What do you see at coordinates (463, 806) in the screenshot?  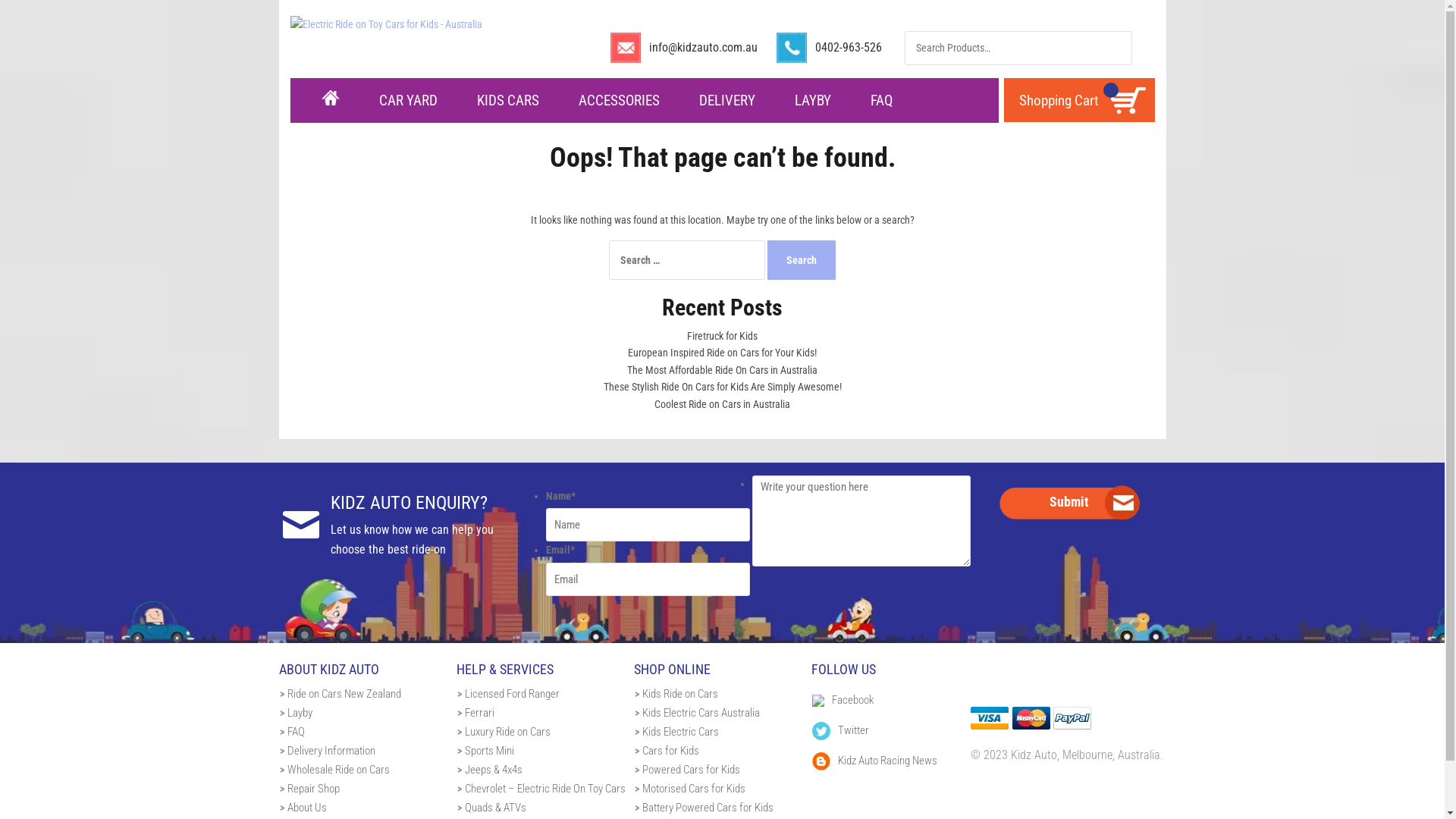 I see `'Quads & ATVs'` at bounding box center [463, 806].